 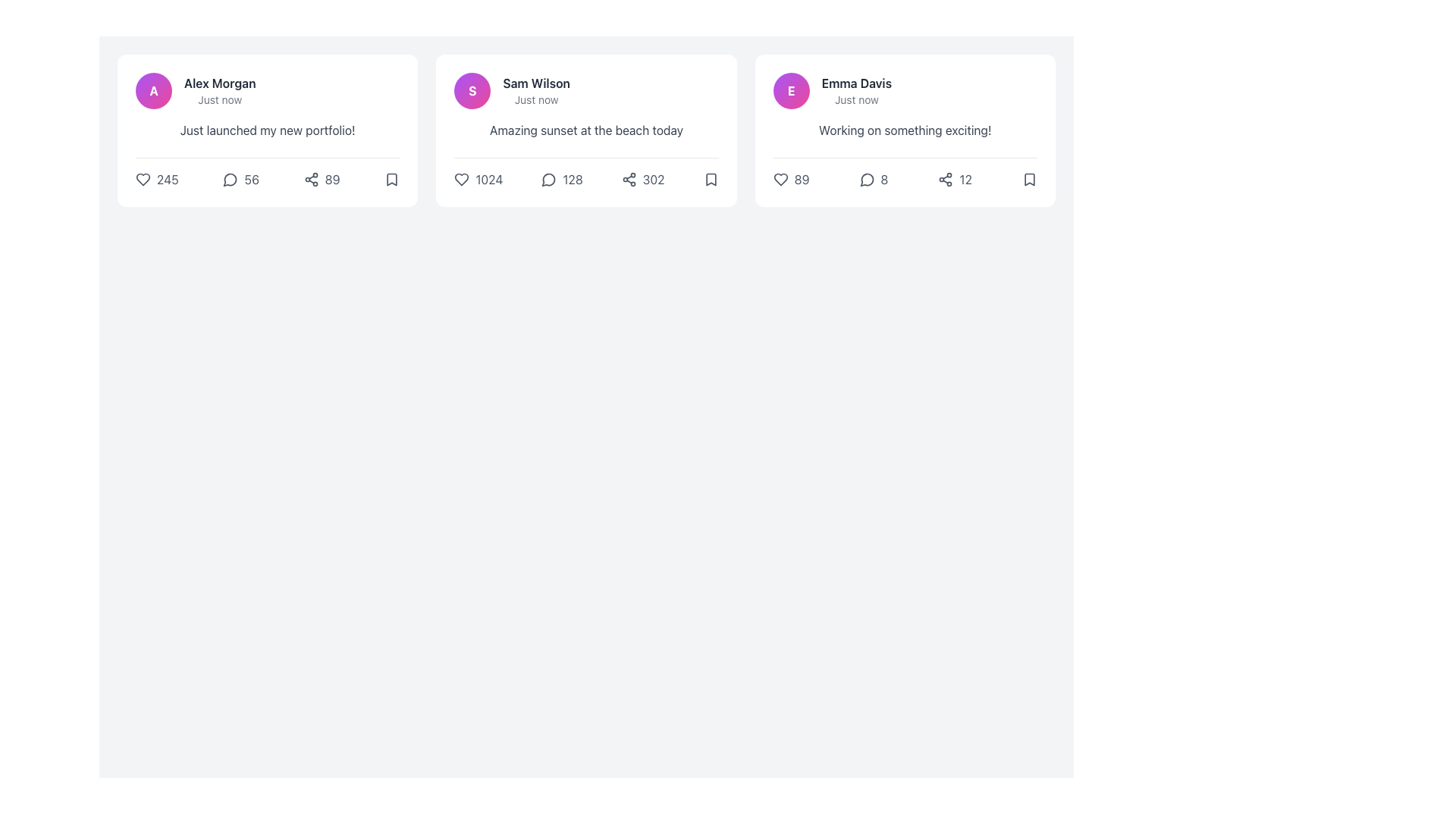 I want to click on the numeral '245' displayed in medium gray, which is positioned to the right of a heart icon in the bottom horizontal group of the first post card, so click(x=168, y=178).